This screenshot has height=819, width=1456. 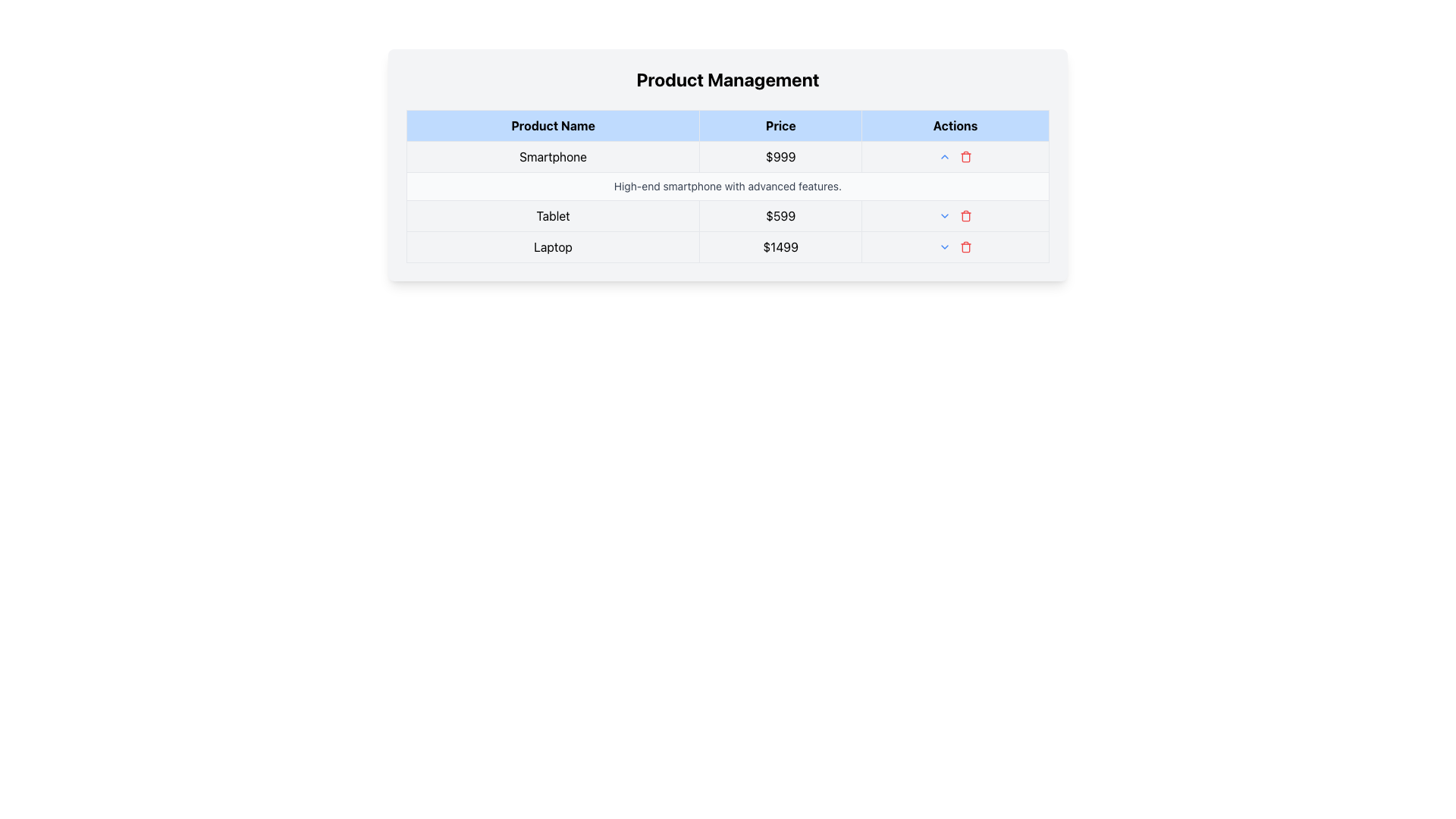 What do you see at coordinates (944, 216) in the screenshot?
I see `the icon button in the 'Actions' column of the second row` at bounding box center [944, 216].